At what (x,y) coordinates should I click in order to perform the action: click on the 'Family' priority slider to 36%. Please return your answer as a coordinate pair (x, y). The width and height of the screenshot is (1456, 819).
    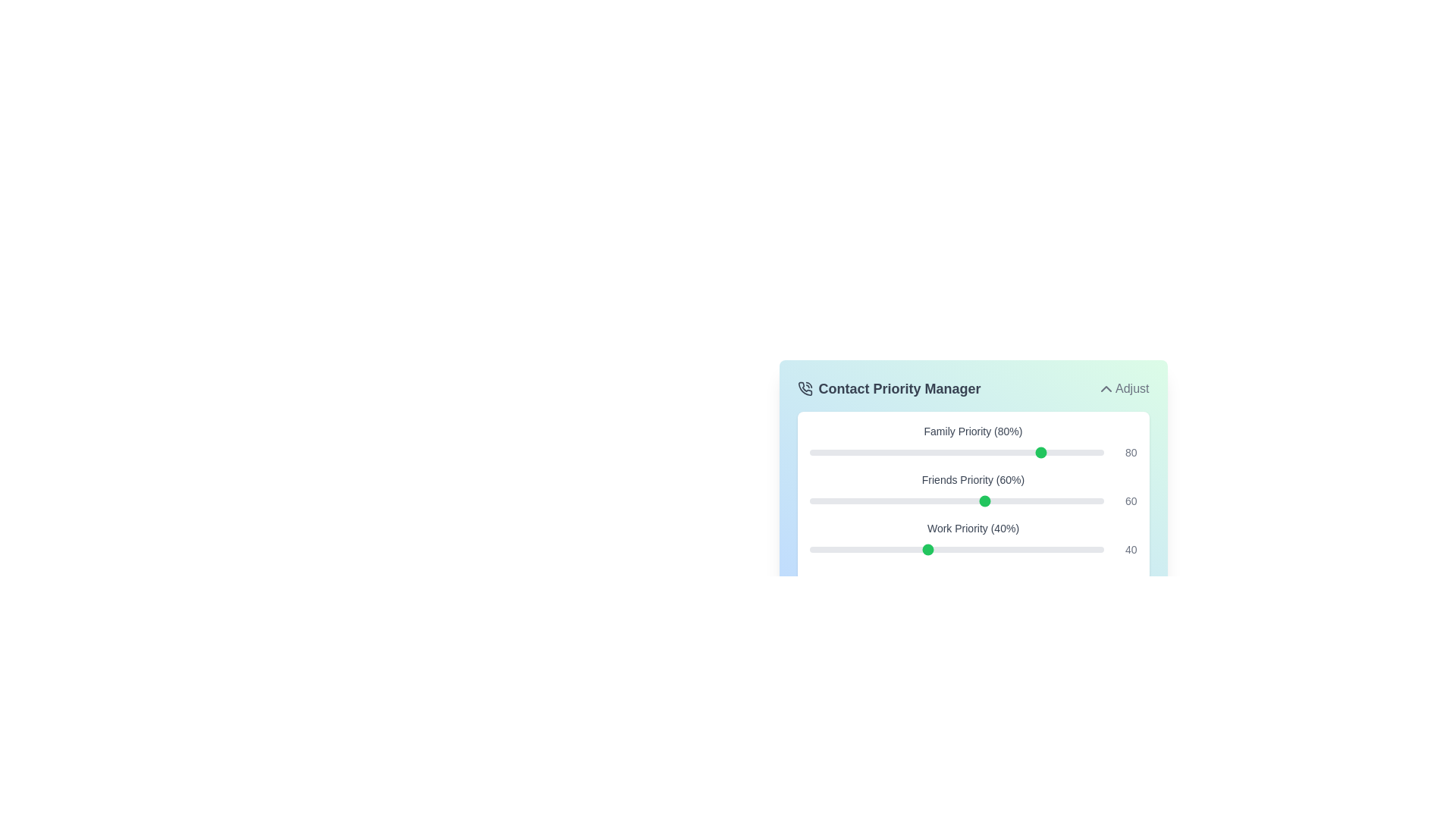
    Looking at the image, I should click on (915, 452).